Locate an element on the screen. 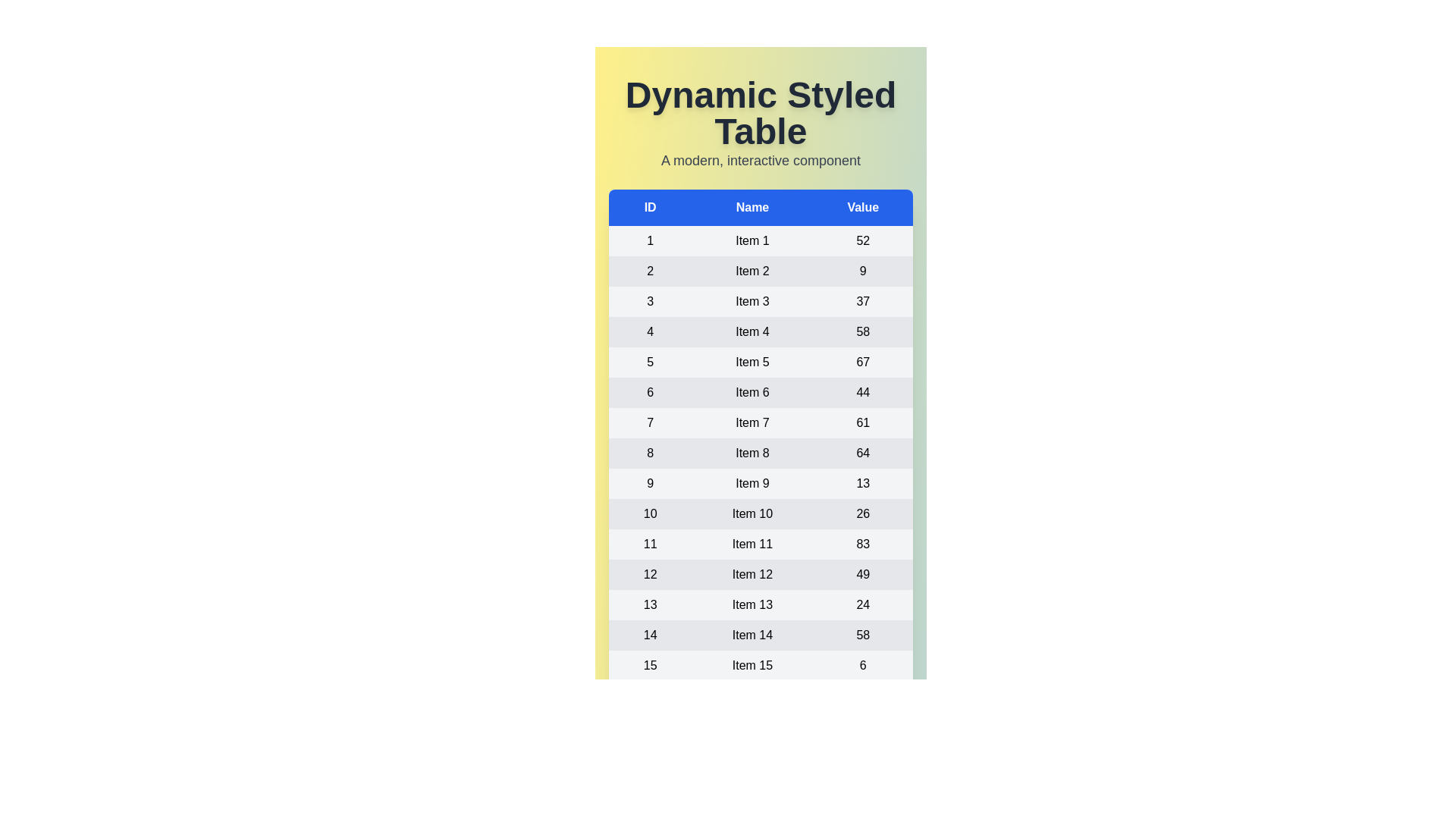 The width and height of the screenshot is (1456, 819). the Name table header to sort the table by that column is located at coordinates (752, 207).